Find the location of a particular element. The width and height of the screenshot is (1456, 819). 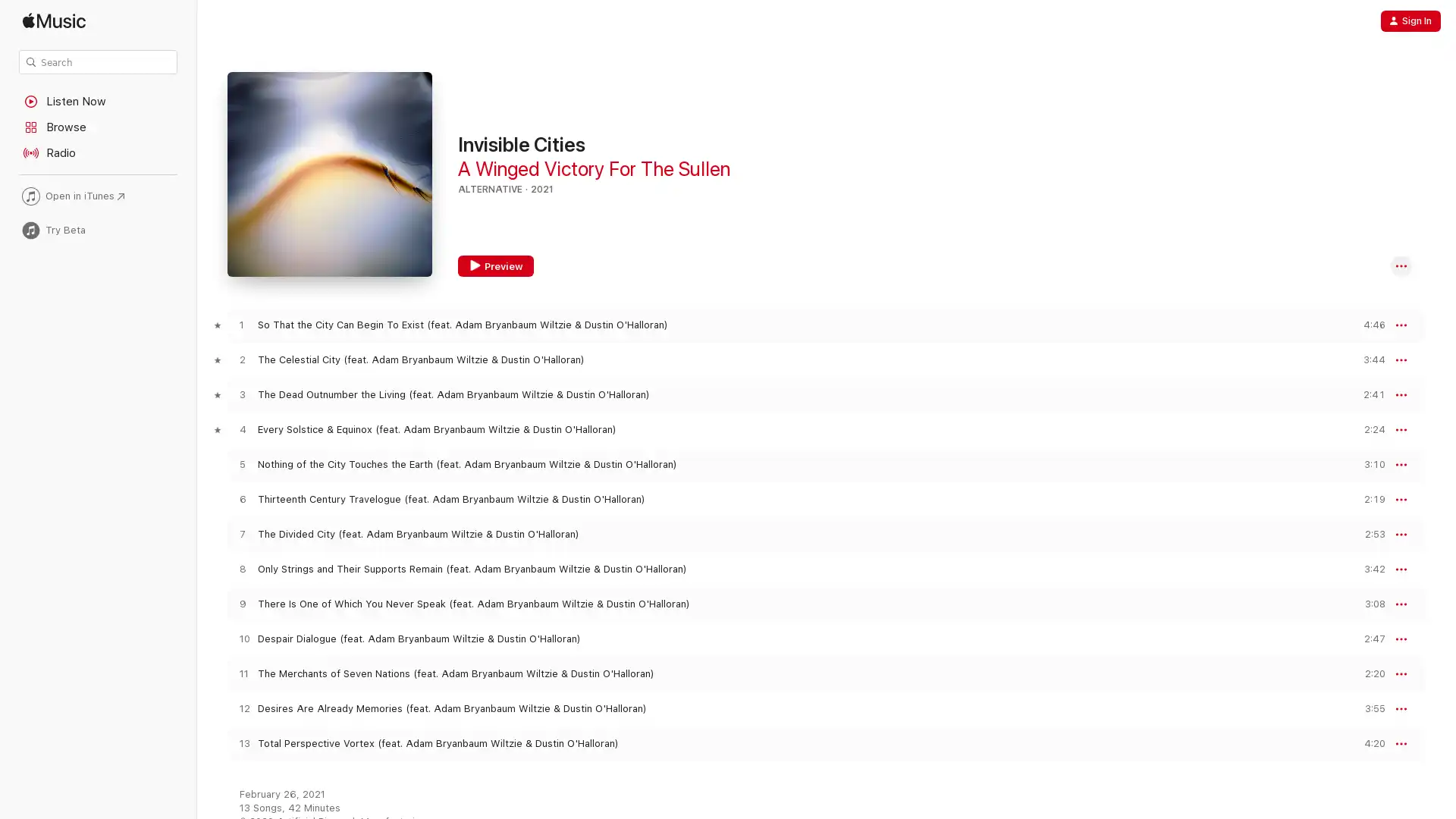

Play is located at coordinates (241, 499).